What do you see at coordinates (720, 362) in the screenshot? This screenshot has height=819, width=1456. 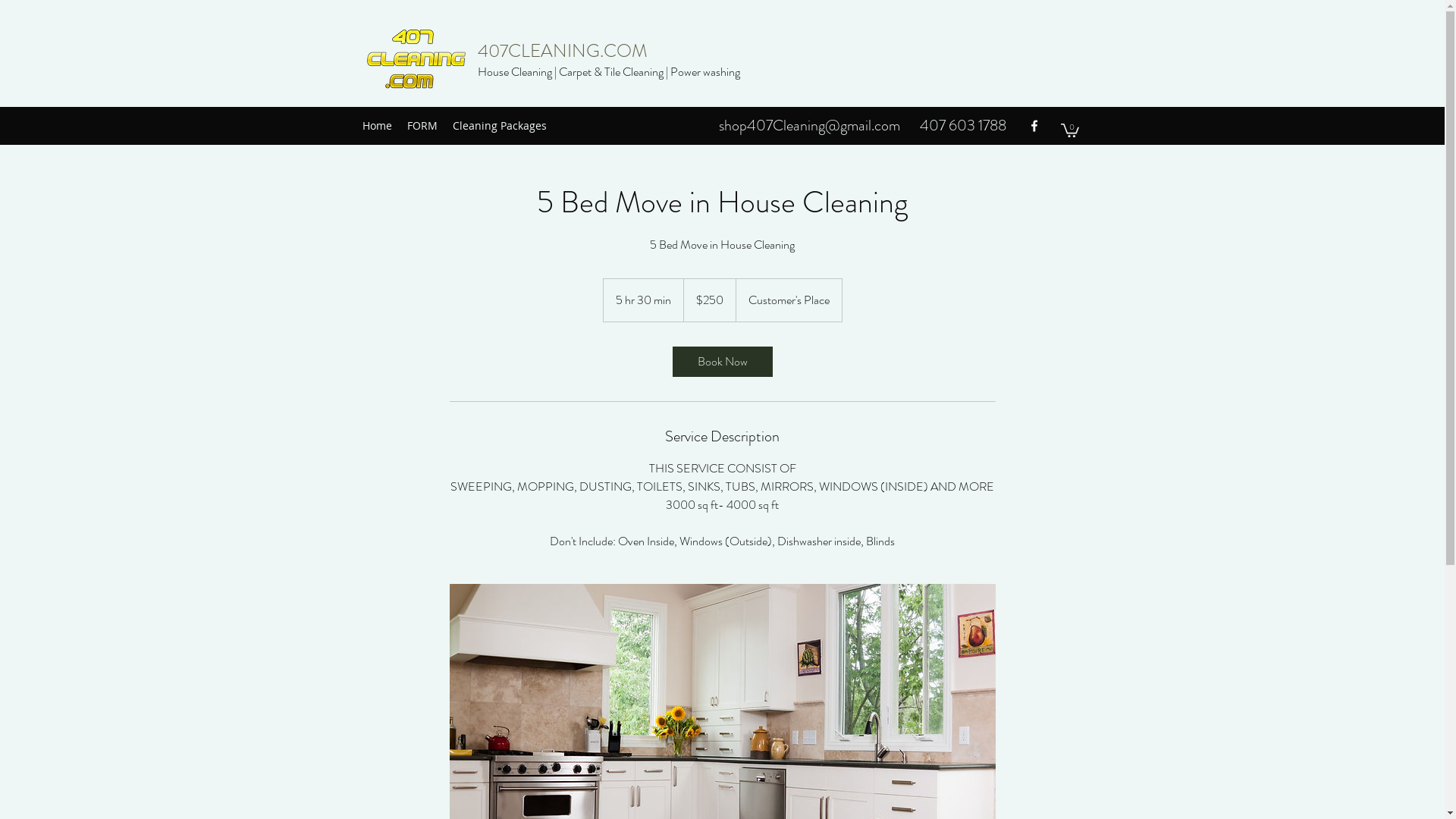 I see `'Book Now'` at bounding box center [720, 362].